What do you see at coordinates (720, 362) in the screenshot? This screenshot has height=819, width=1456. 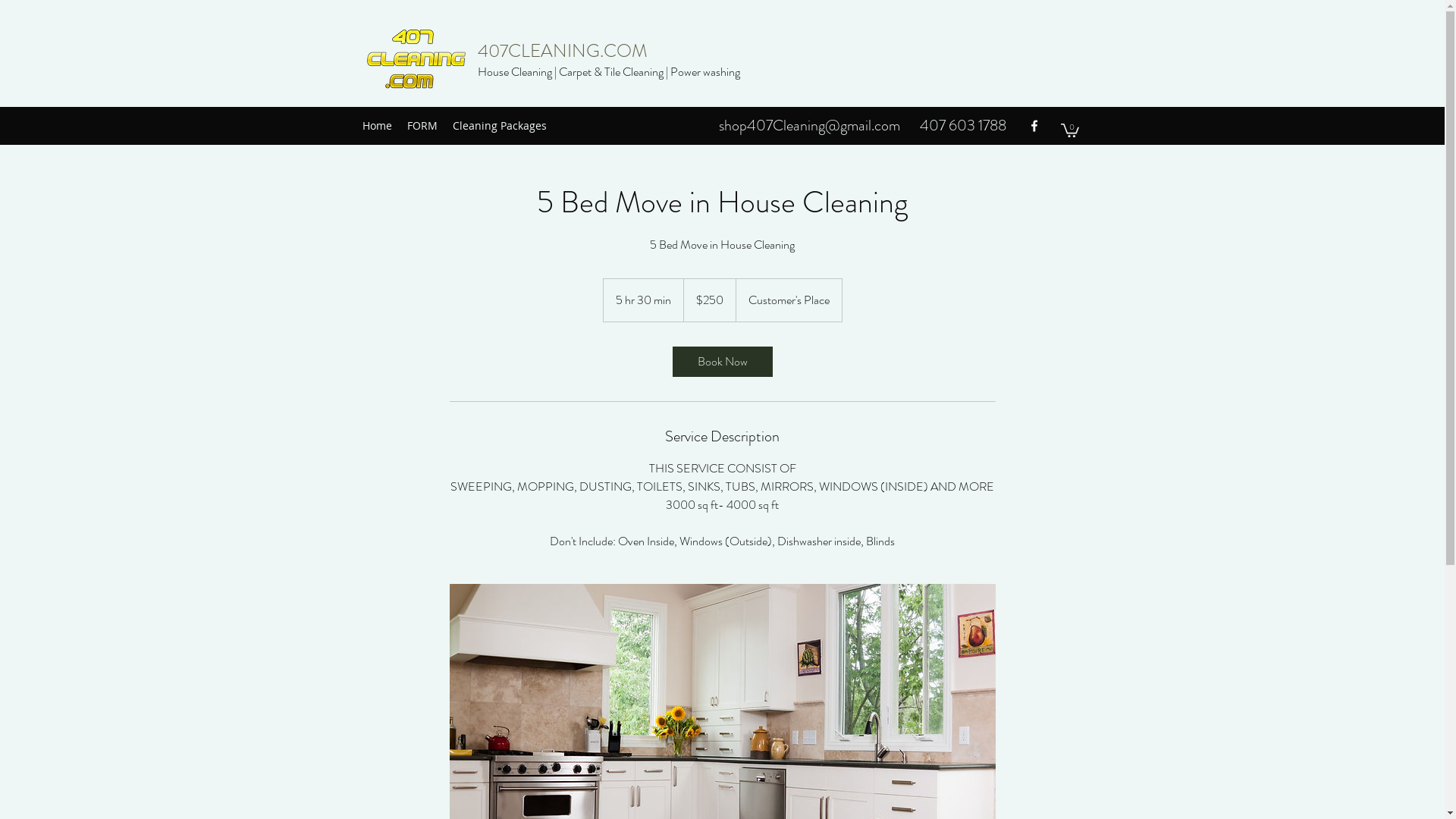 I see `'Book Now'` at bounding box center [720, 362].